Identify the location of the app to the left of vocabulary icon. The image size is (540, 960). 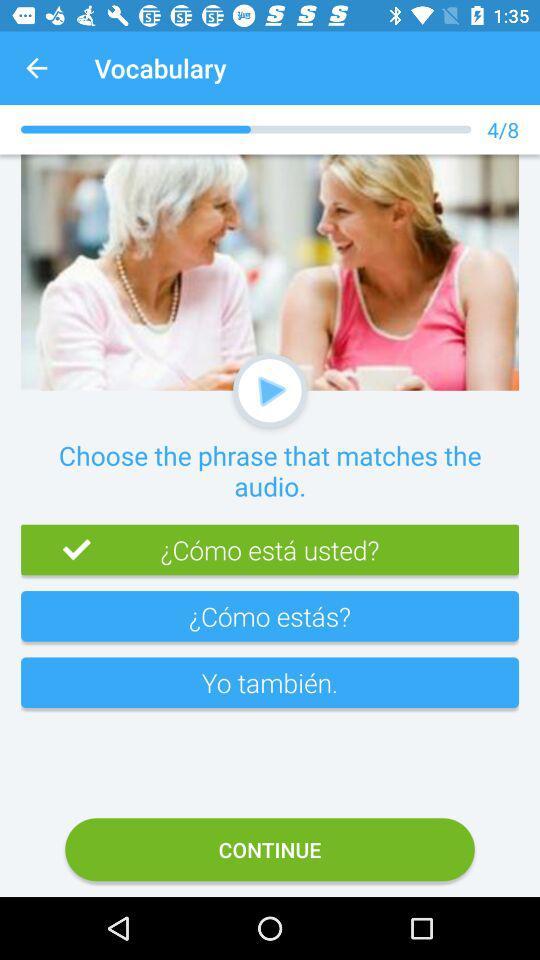
(36, 68).